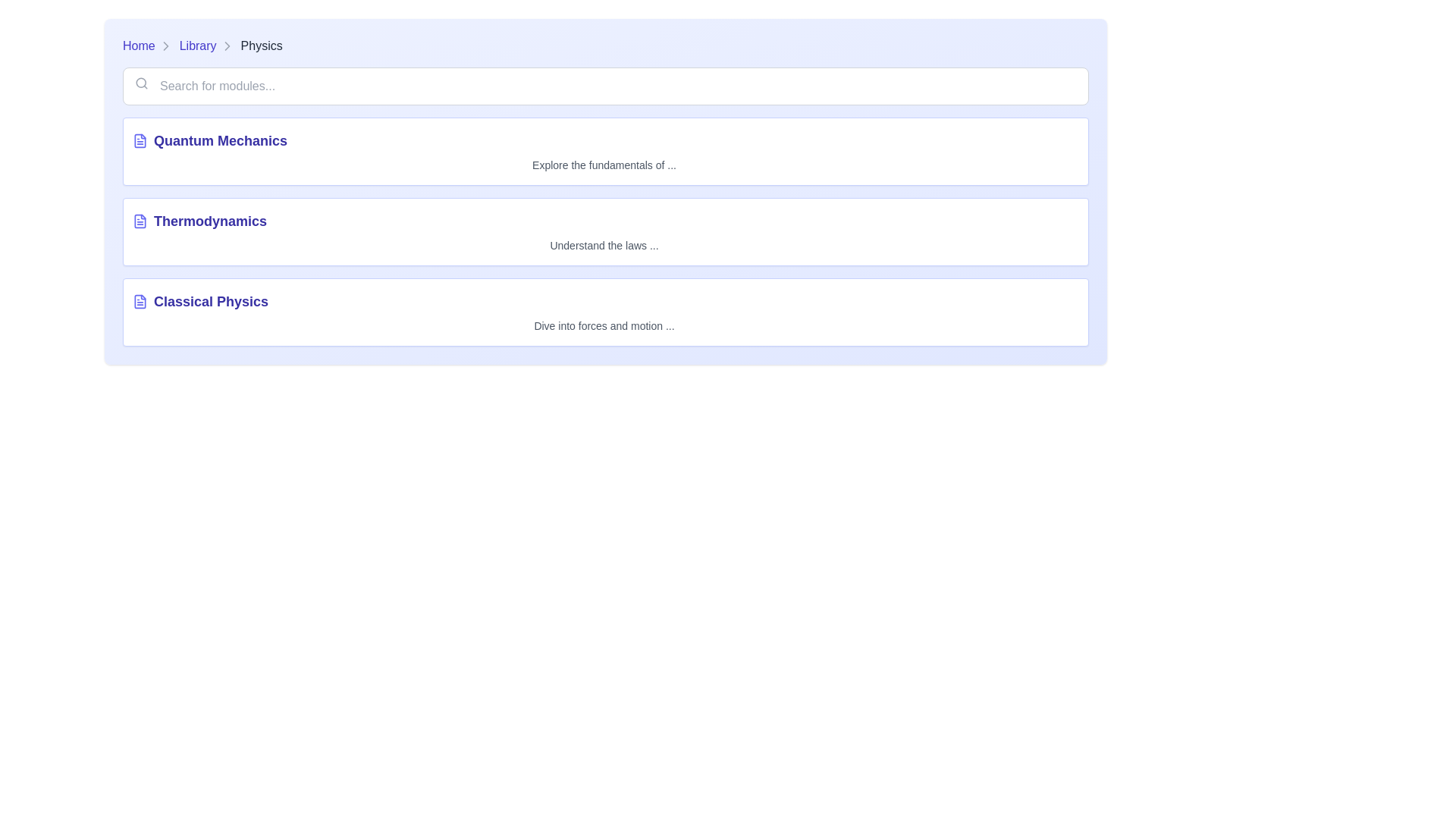 This screenshot has height=819, width=1456. I want to click on the third item in the breadcrumb navigation, which indicates the current section and follows 'Home' and 'Library', so click(262, 45).